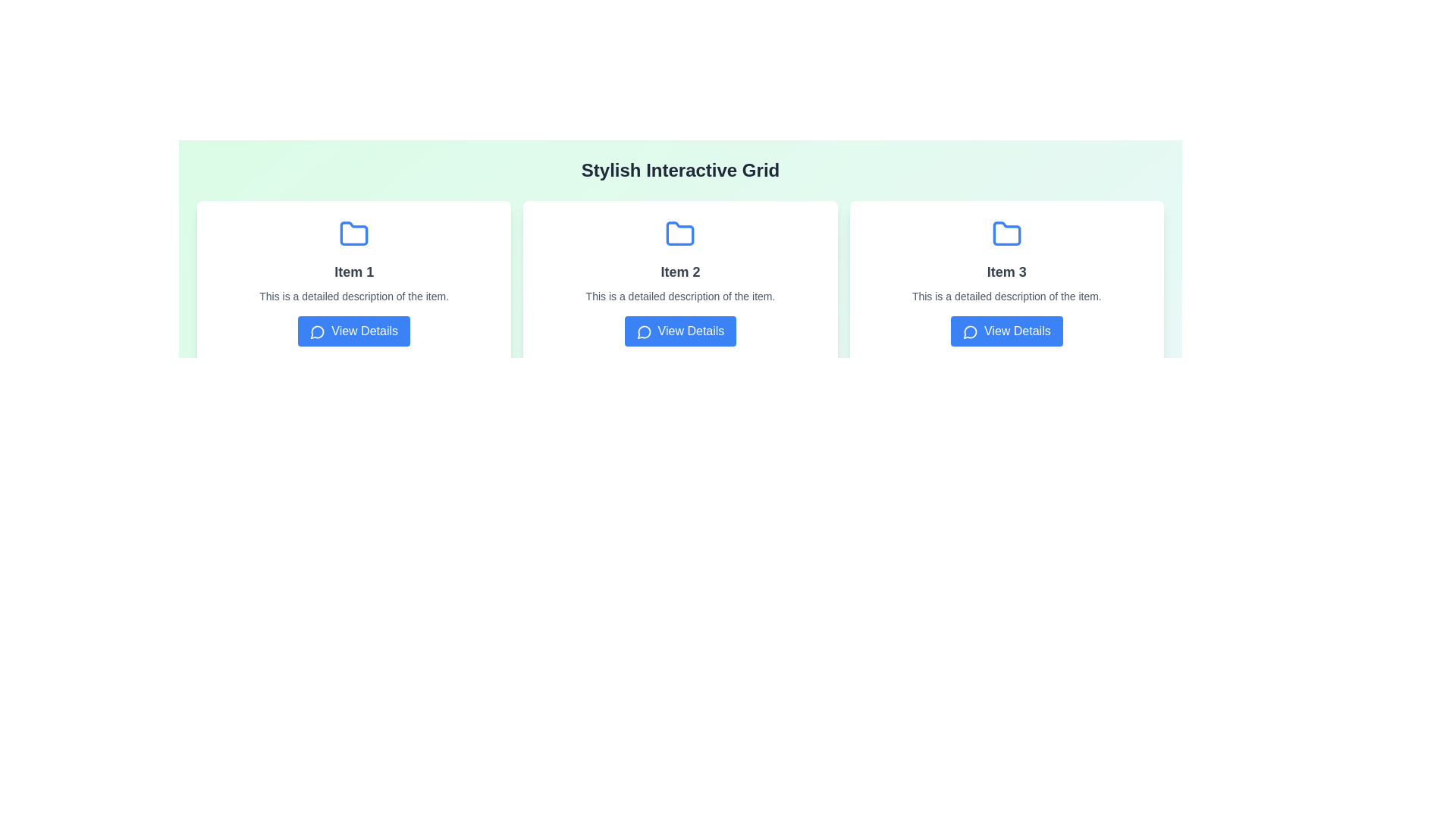  Describe the element at coordinates (644, 331) in the screenshot. I see `the circular icon with an arrow-like shape, located just below the 'View Details' button for 'Item 2' in the interactive grid layout` at that location.